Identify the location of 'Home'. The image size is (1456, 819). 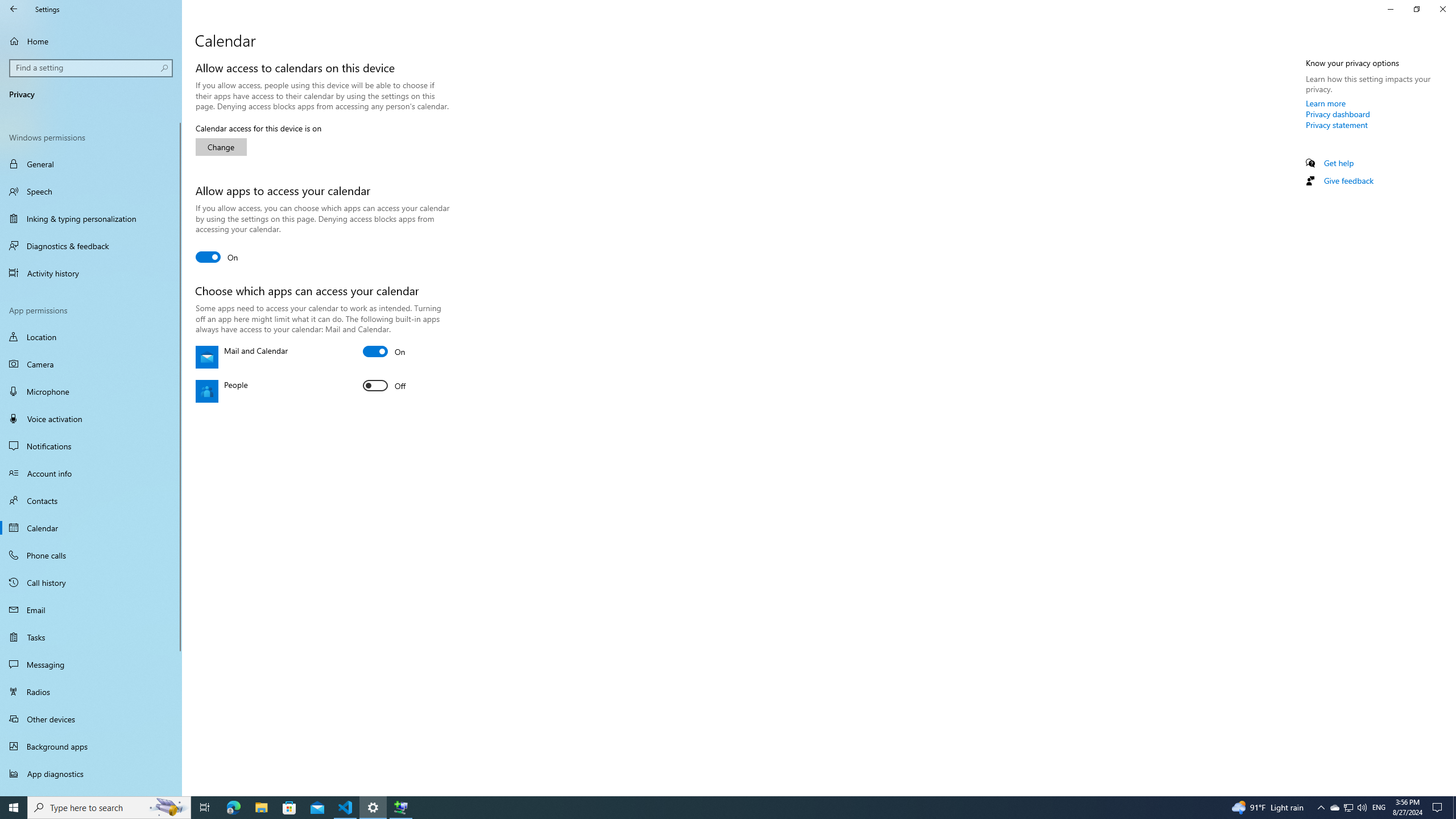
(90, 41).